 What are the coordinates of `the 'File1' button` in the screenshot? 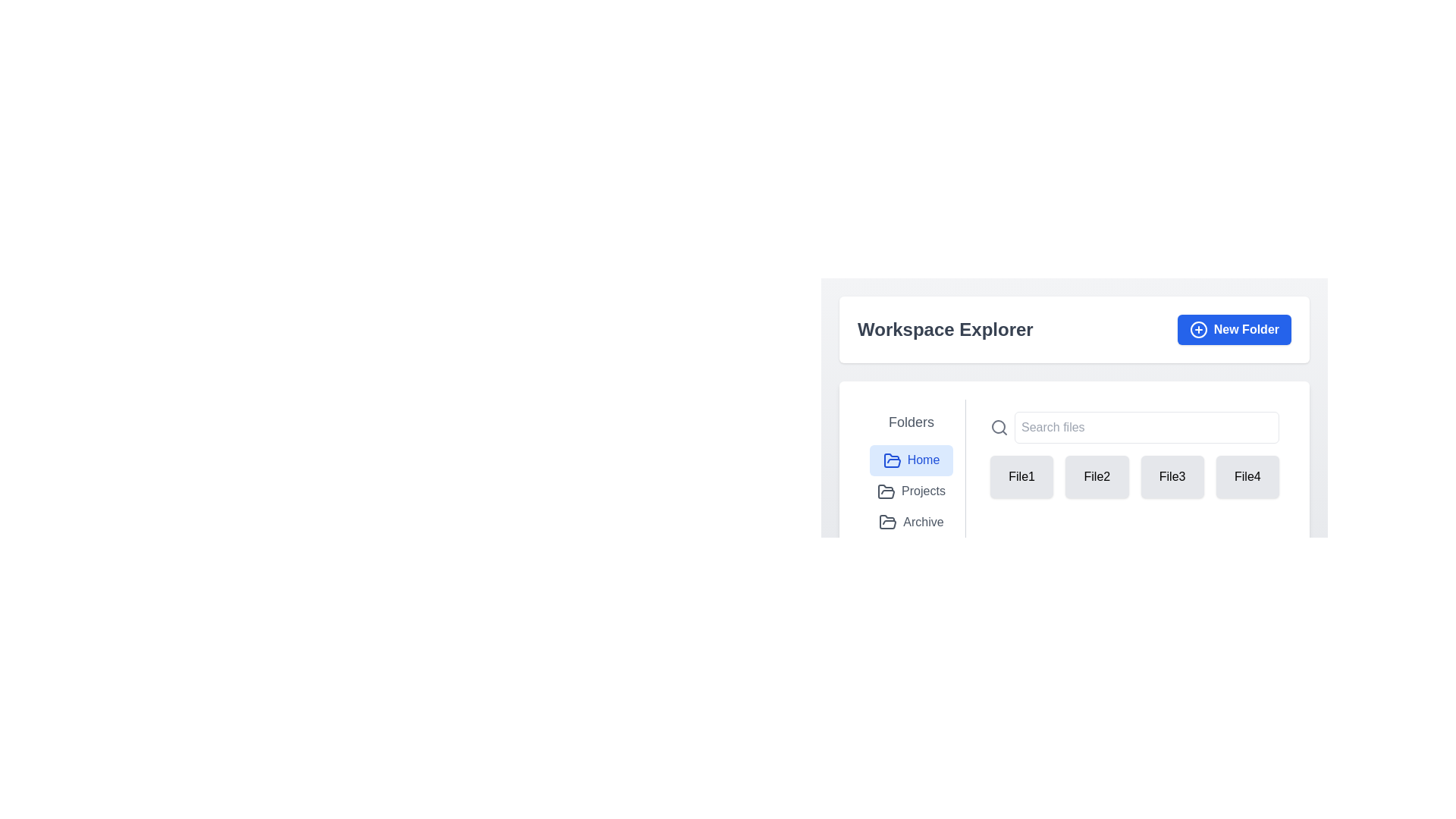 It's located at (1021, 475).